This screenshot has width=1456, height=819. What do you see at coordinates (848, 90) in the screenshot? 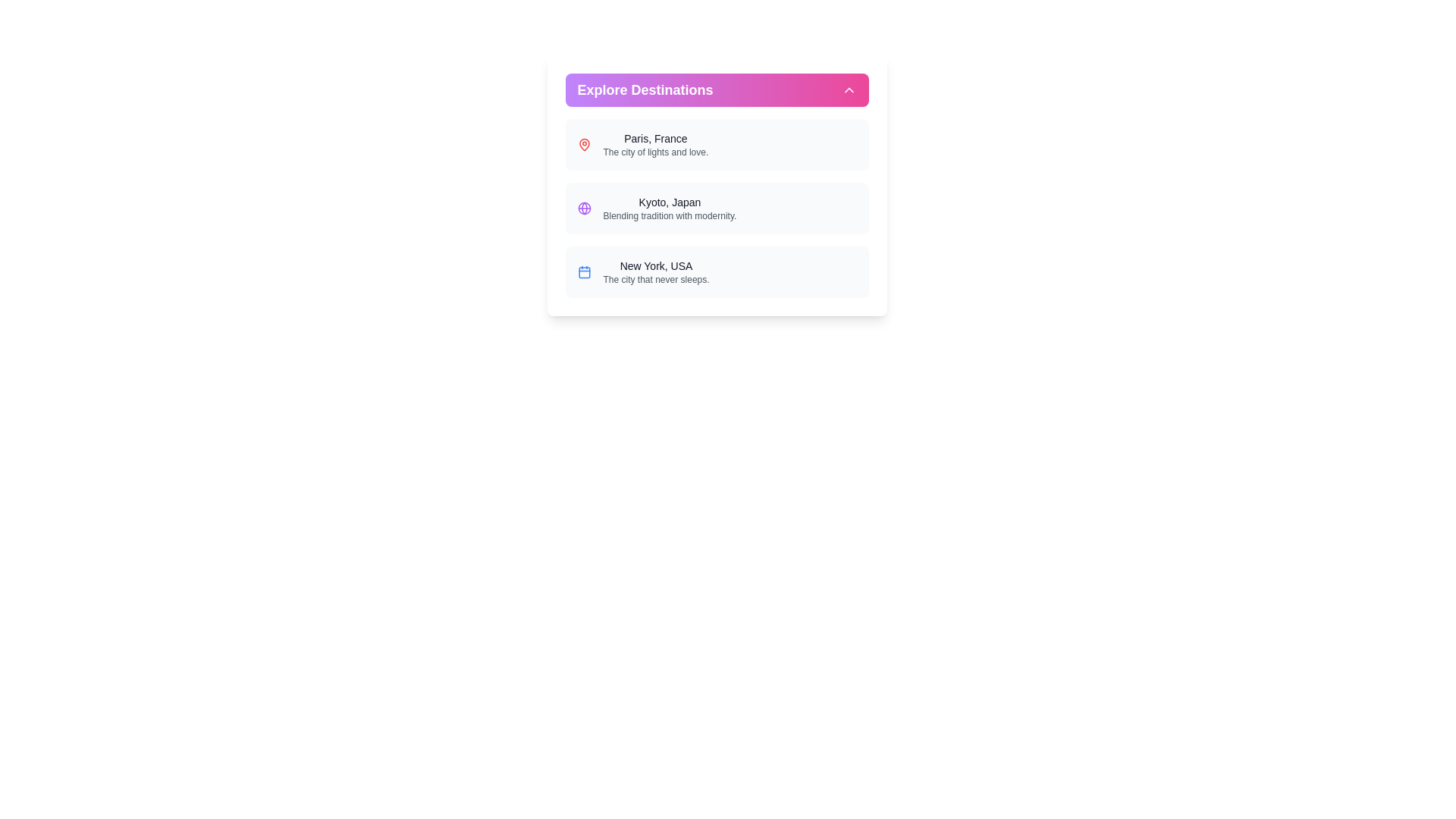
I see `the interactive chevron icon located on the far right side of the 'Explore Destinations' banner` at bounding box center [848, 90].